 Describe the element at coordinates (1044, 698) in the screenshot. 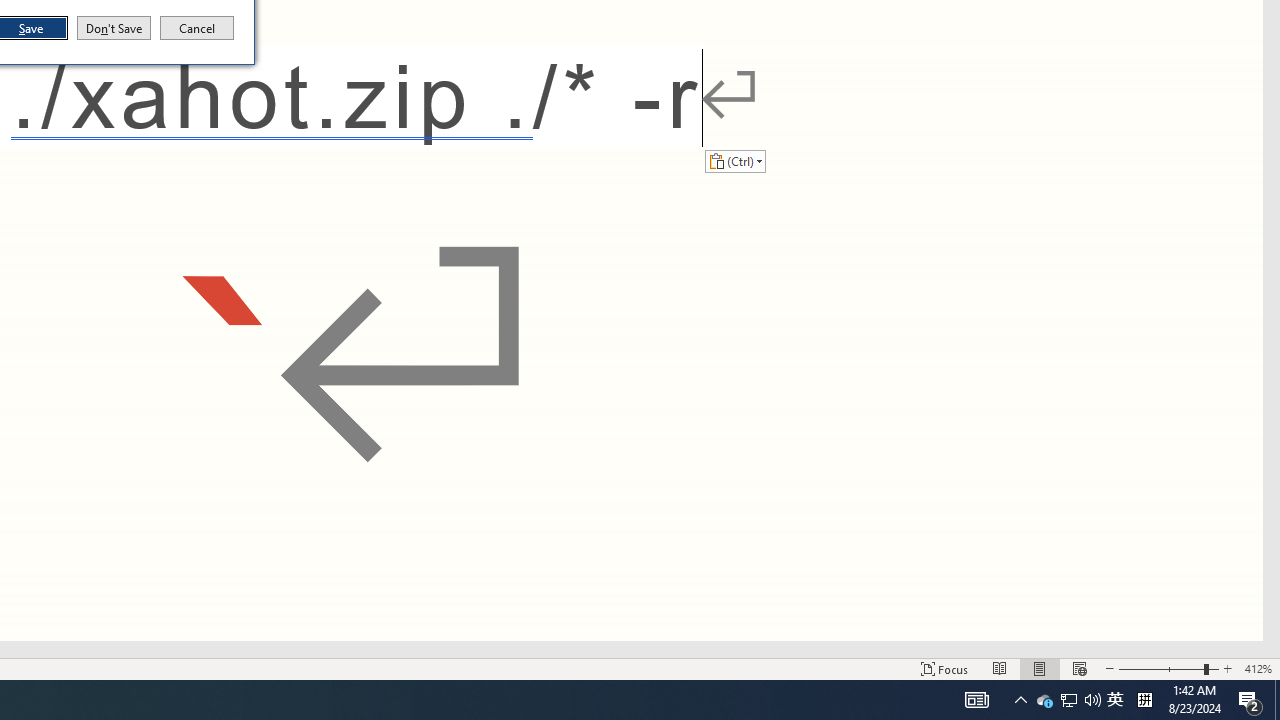

I see `'Notification Chevron'` at that location.